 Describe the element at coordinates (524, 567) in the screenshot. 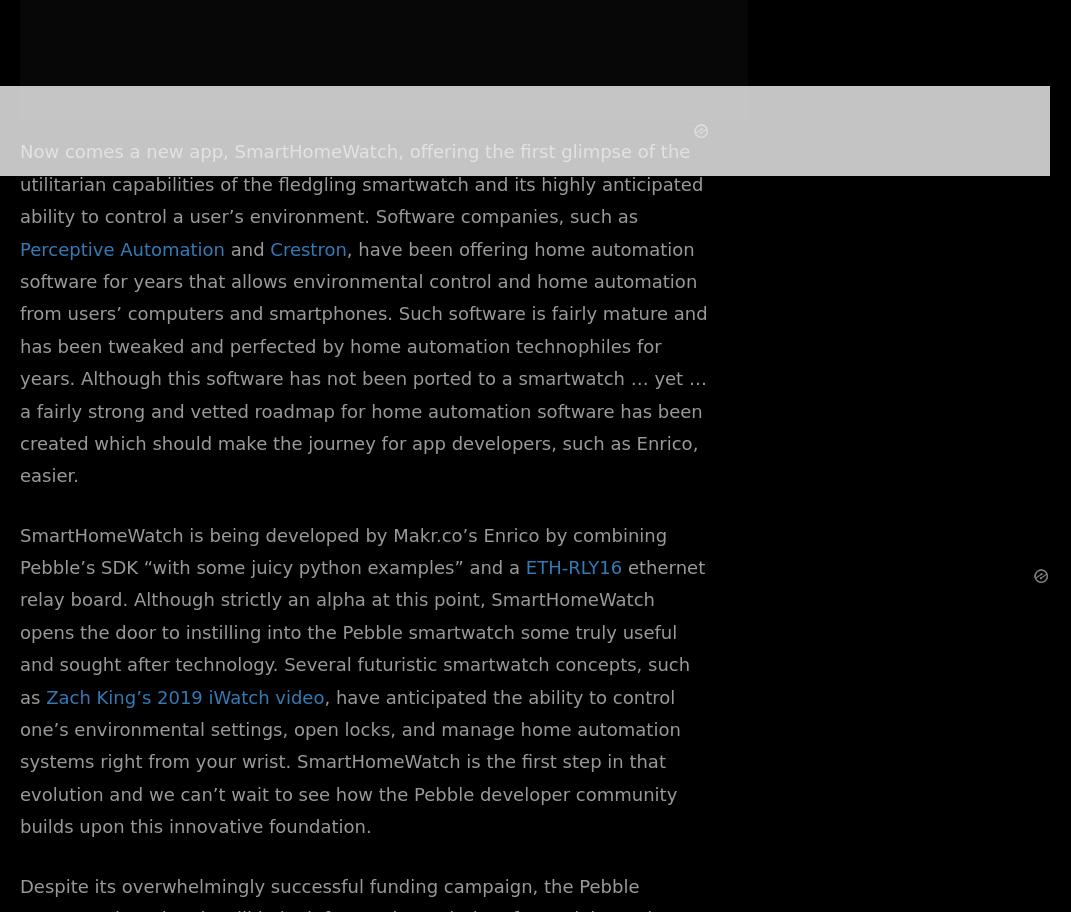

I see `'ETH-RLY16'` at that location.